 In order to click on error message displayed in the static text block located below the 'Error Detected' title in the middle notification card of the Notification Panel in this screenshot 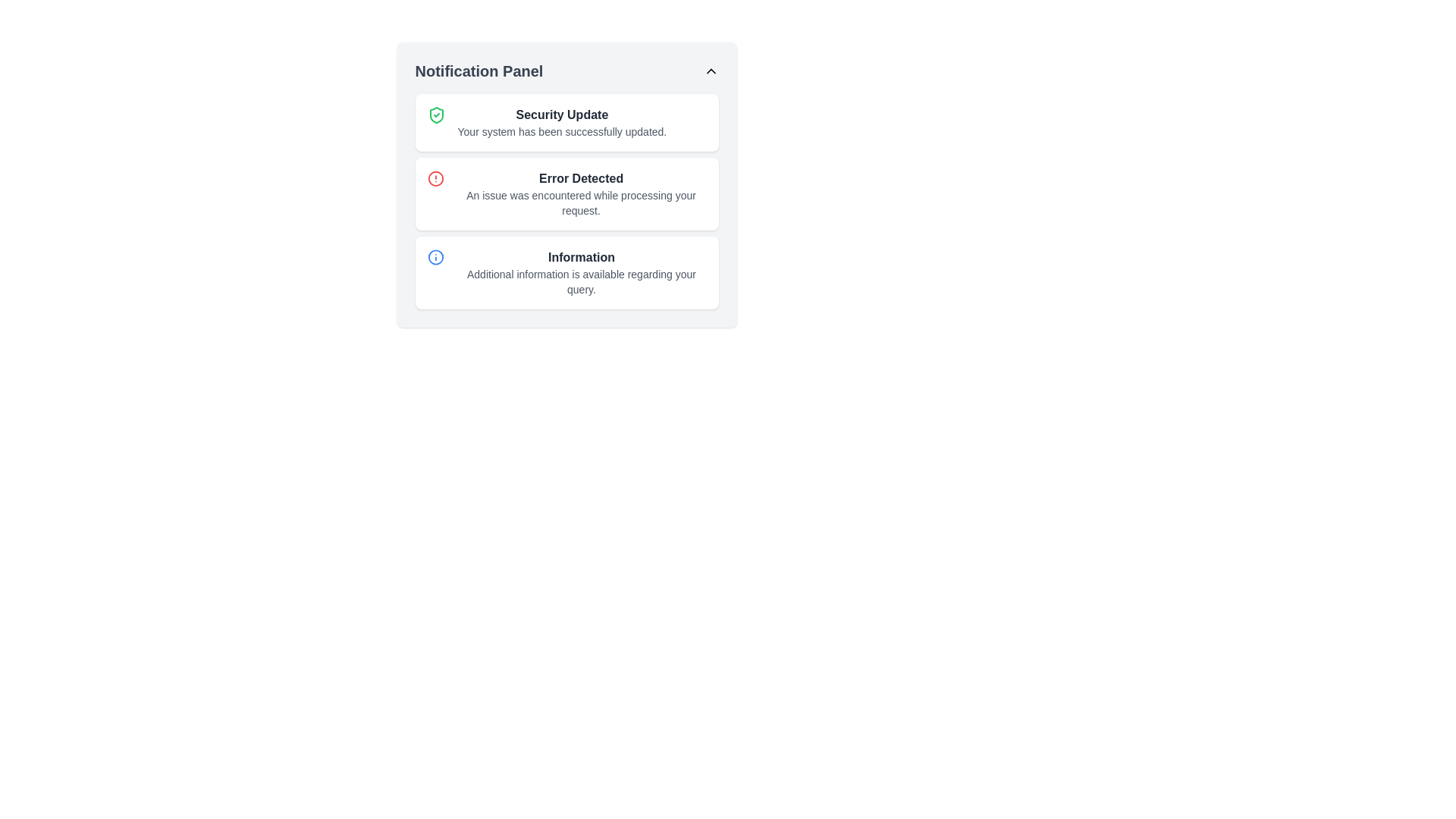, I will do `click(580, 202)`.